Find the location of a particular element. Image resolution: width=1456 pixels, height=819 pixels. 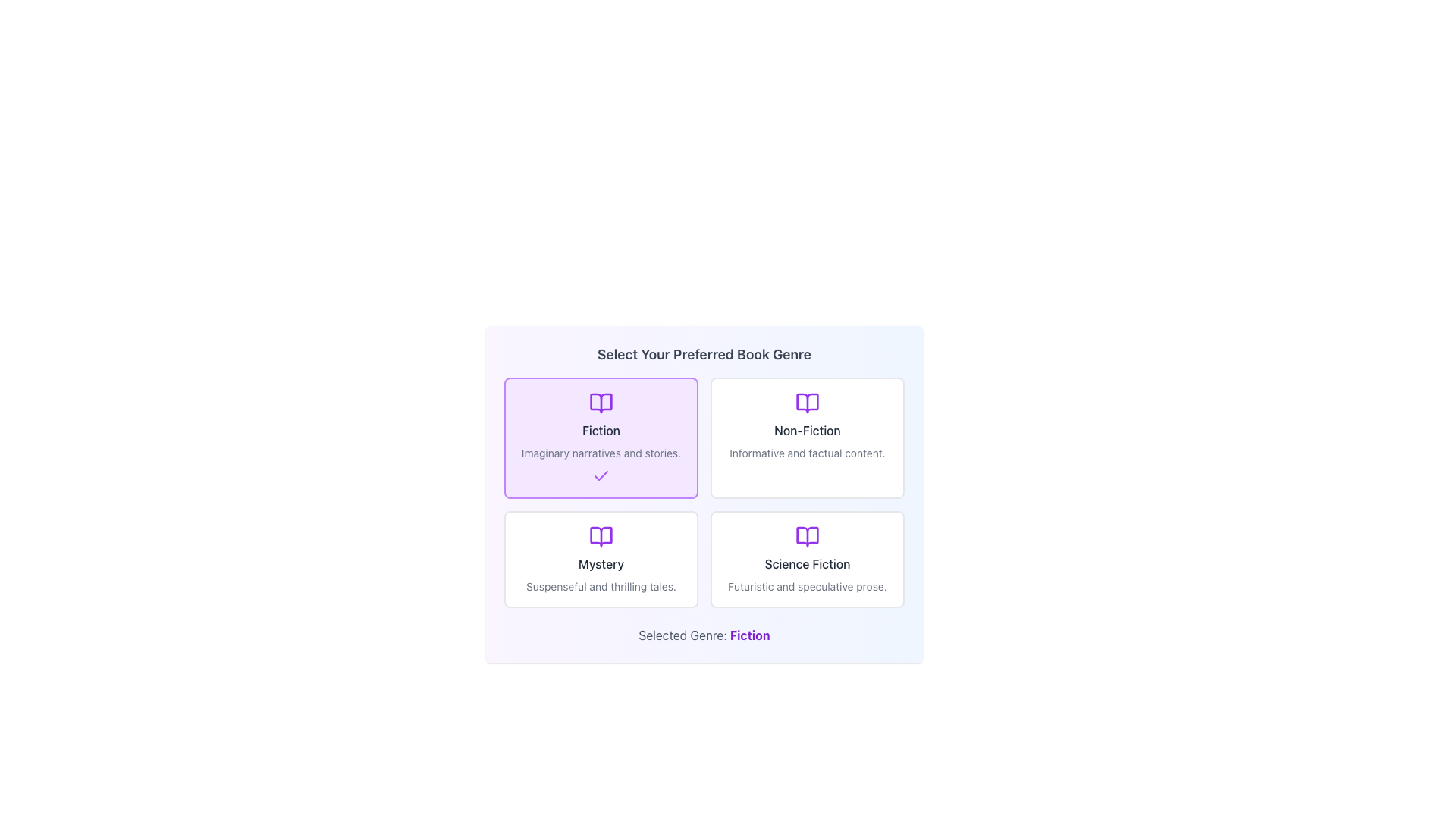

the purple open book icon located above the 'Non-Fiction' heading in the UI is located at coordinates (807, 403).